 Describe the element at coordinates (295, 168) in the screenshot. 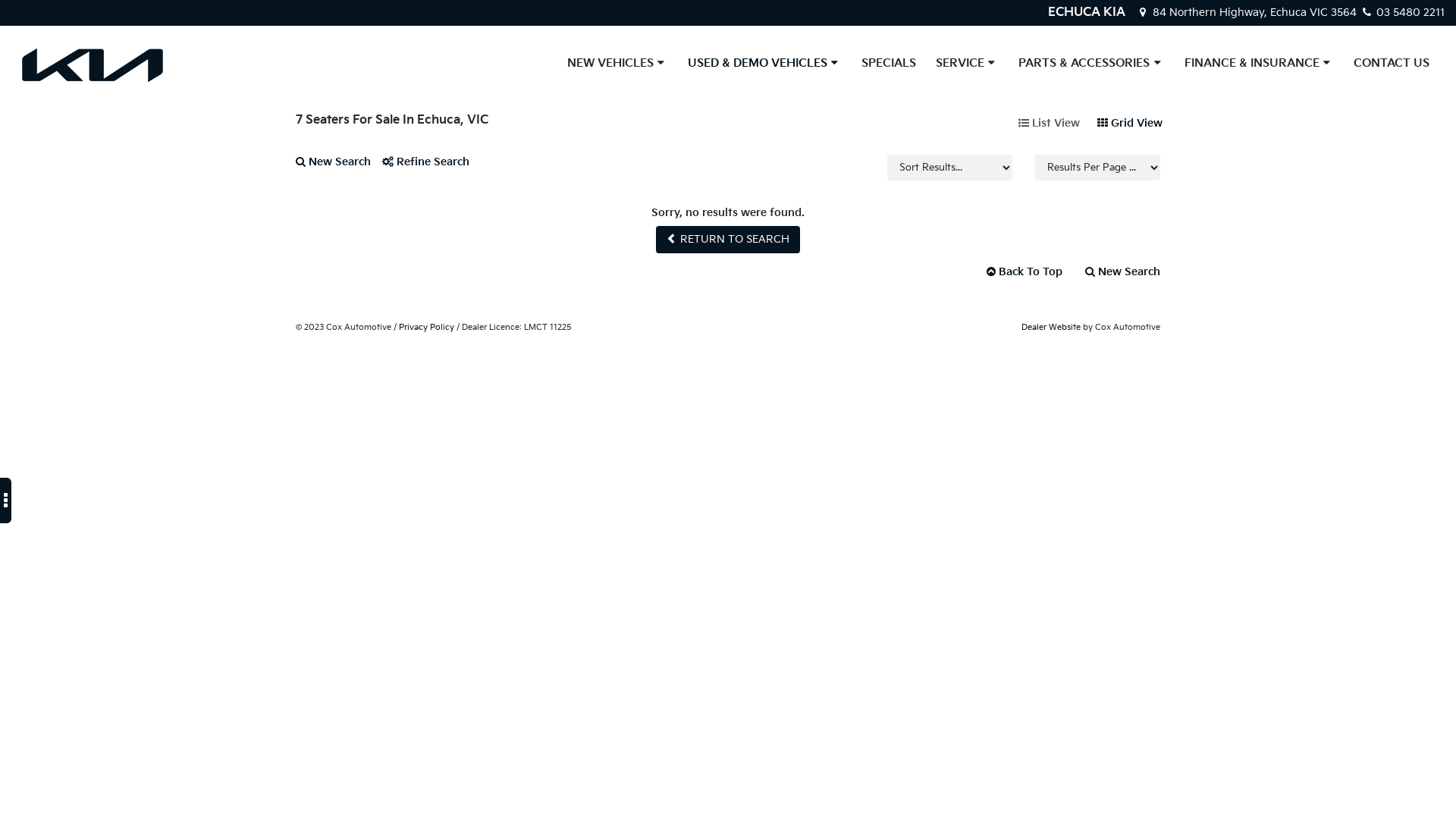

I see `'New Search'` at that location.